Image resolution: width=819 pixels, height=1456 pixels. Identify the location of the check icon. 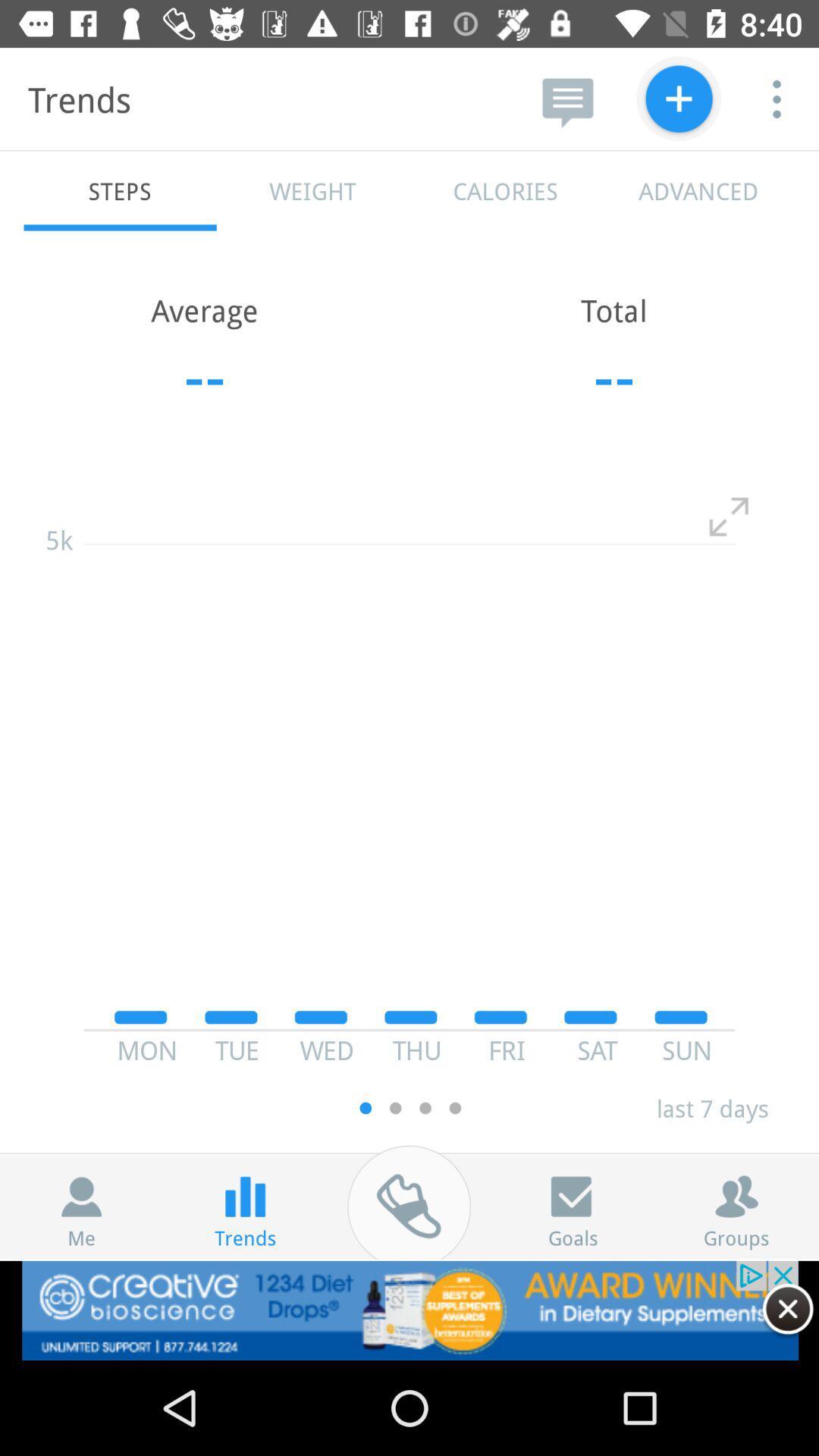
(573, 1196).